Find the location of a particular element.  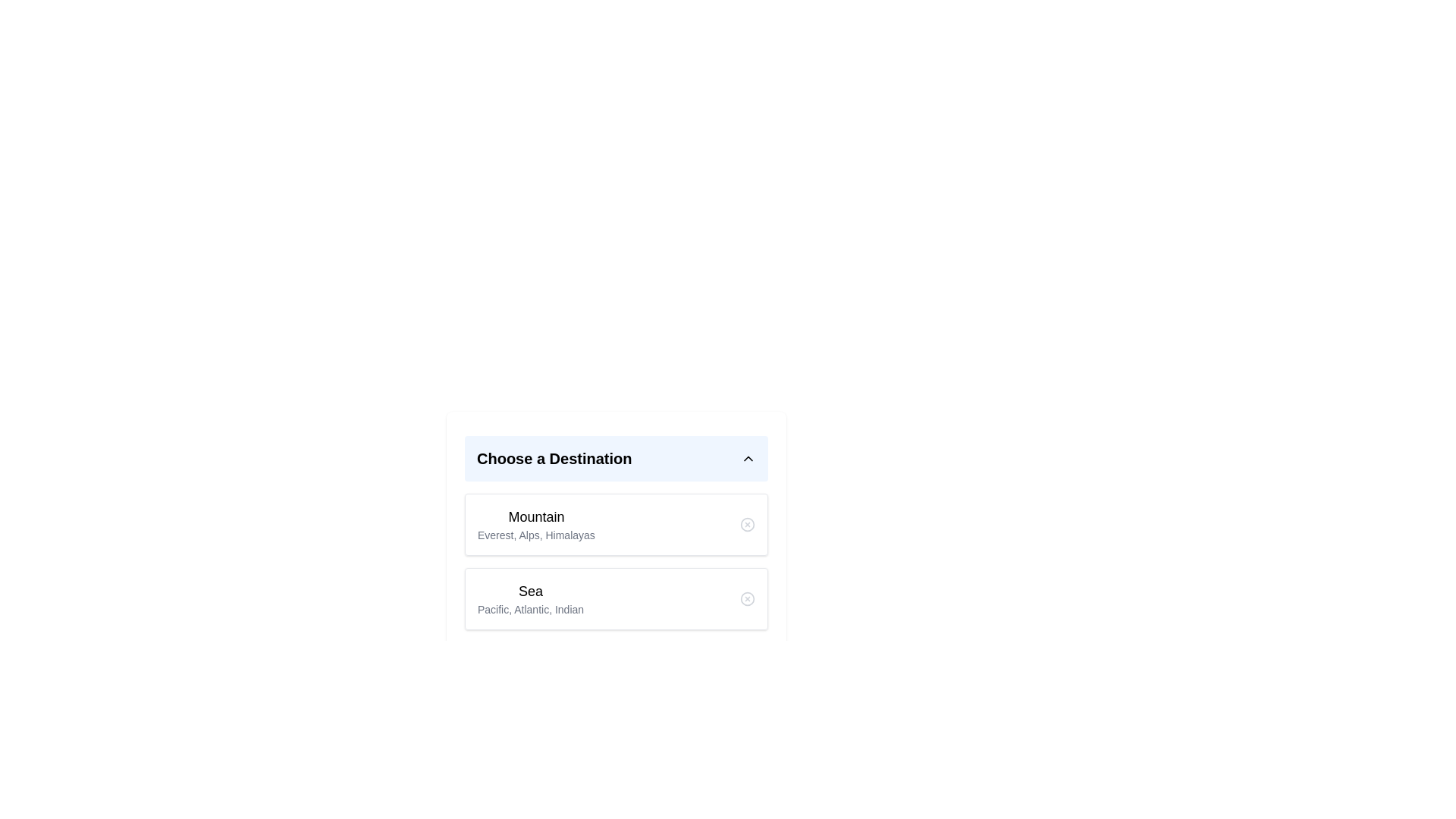

the close button in the upper right corner of the 'Sea' card is located at coordinates (747, 598).